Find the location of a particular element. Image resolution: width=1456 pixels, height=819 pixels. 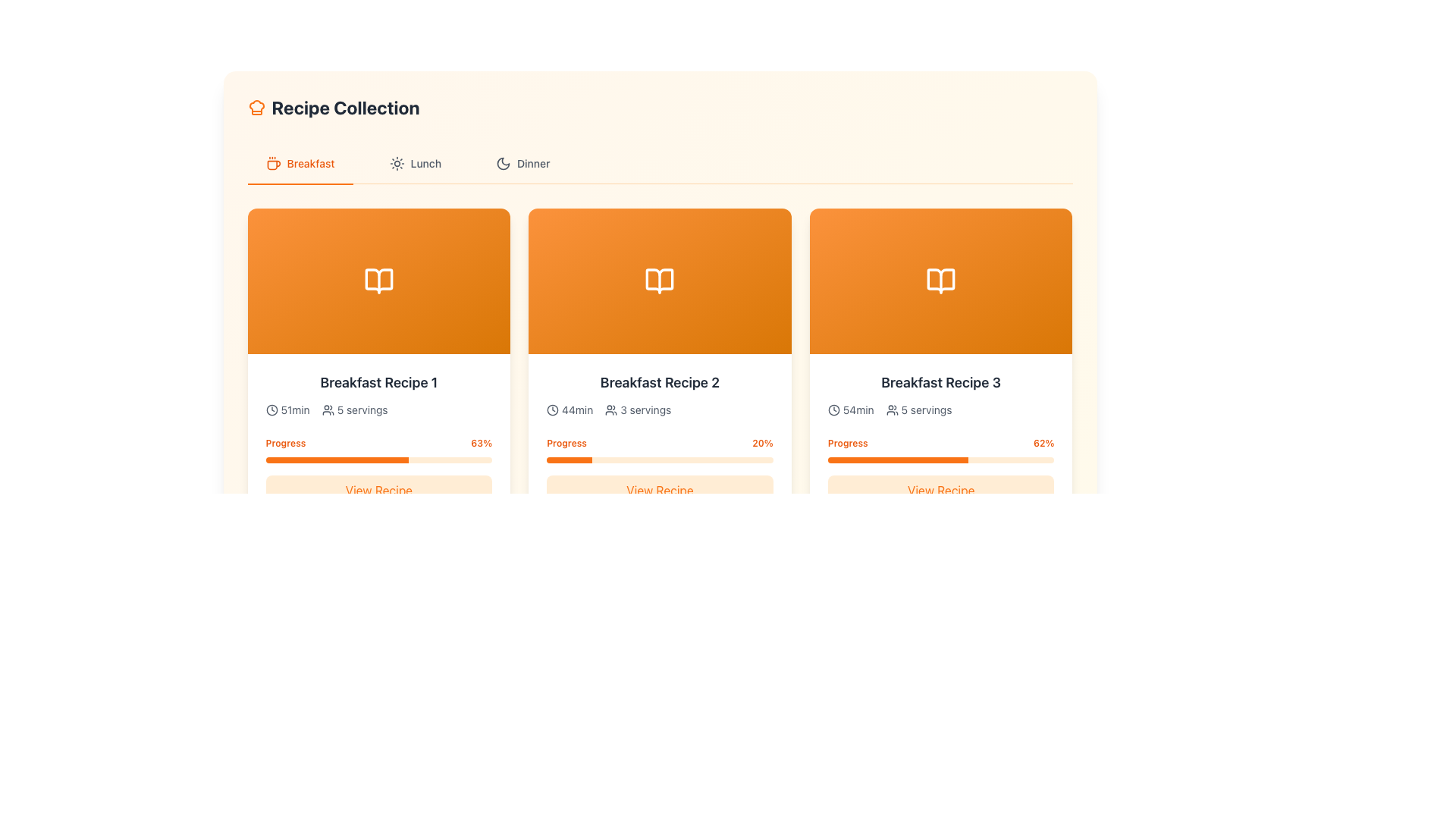

the text block labeled 'Breakfast Recipe 2', which is styled in bold, large font and located in the central card of the recipe cards is located at coordinates (660, 382).